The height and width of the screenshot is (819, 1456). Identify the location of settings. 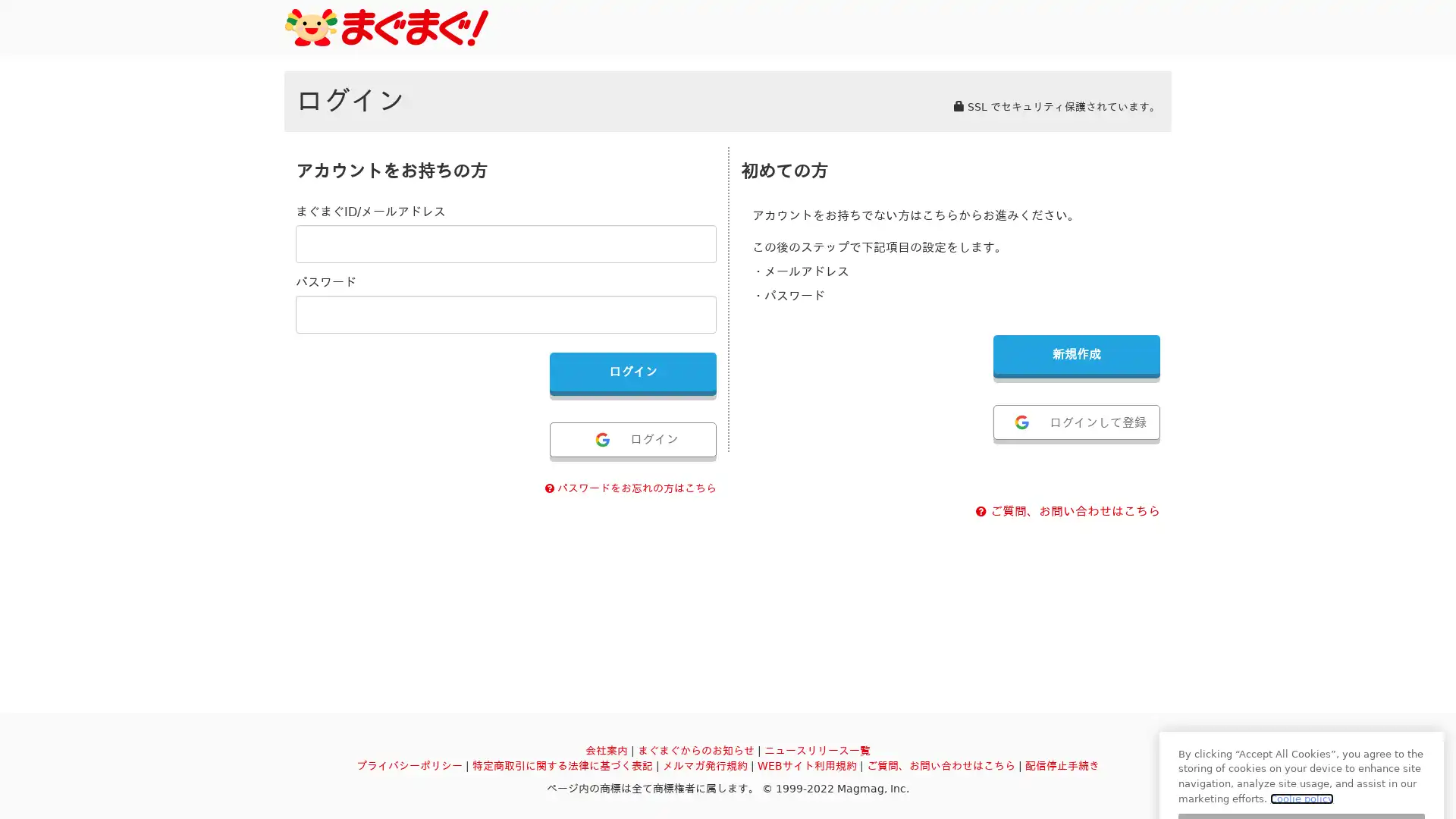
(1301, 789).